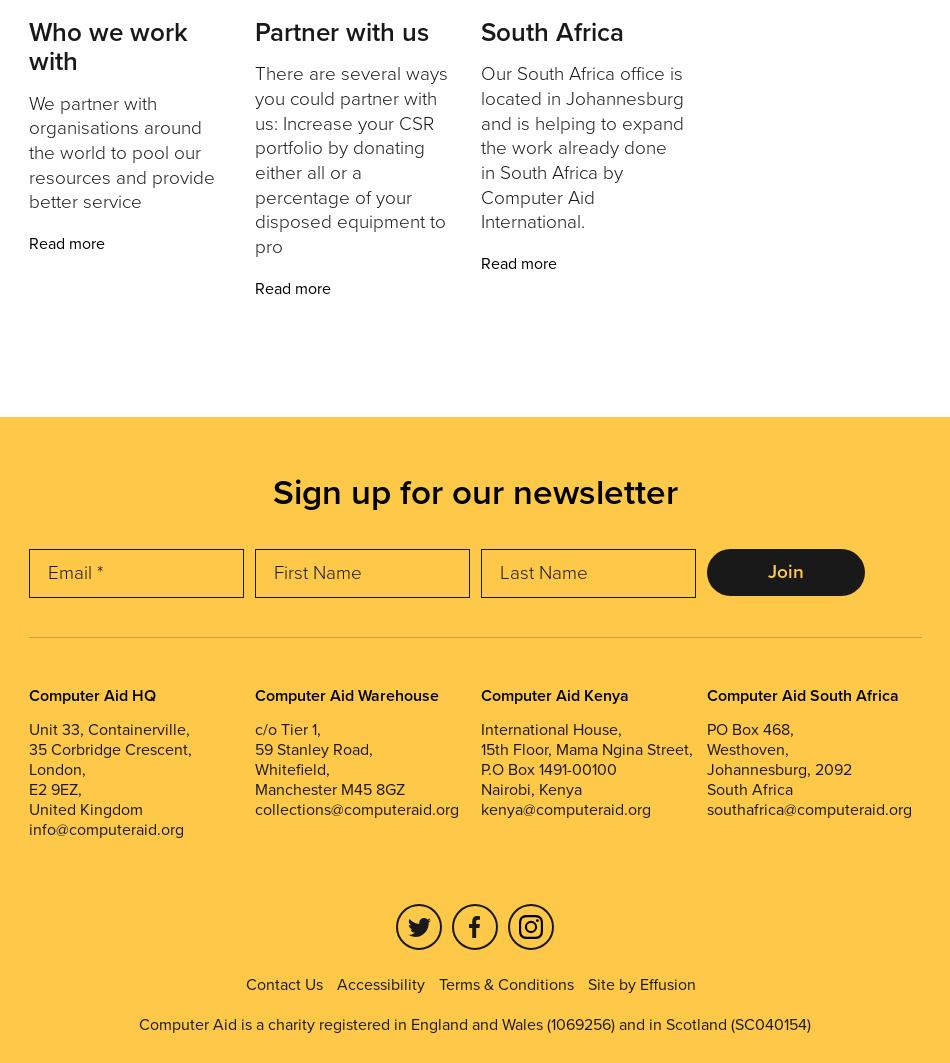  Describe the element at coordinates (748, 728) in the screenshot. I see `'PO Box 468,'` at that location.